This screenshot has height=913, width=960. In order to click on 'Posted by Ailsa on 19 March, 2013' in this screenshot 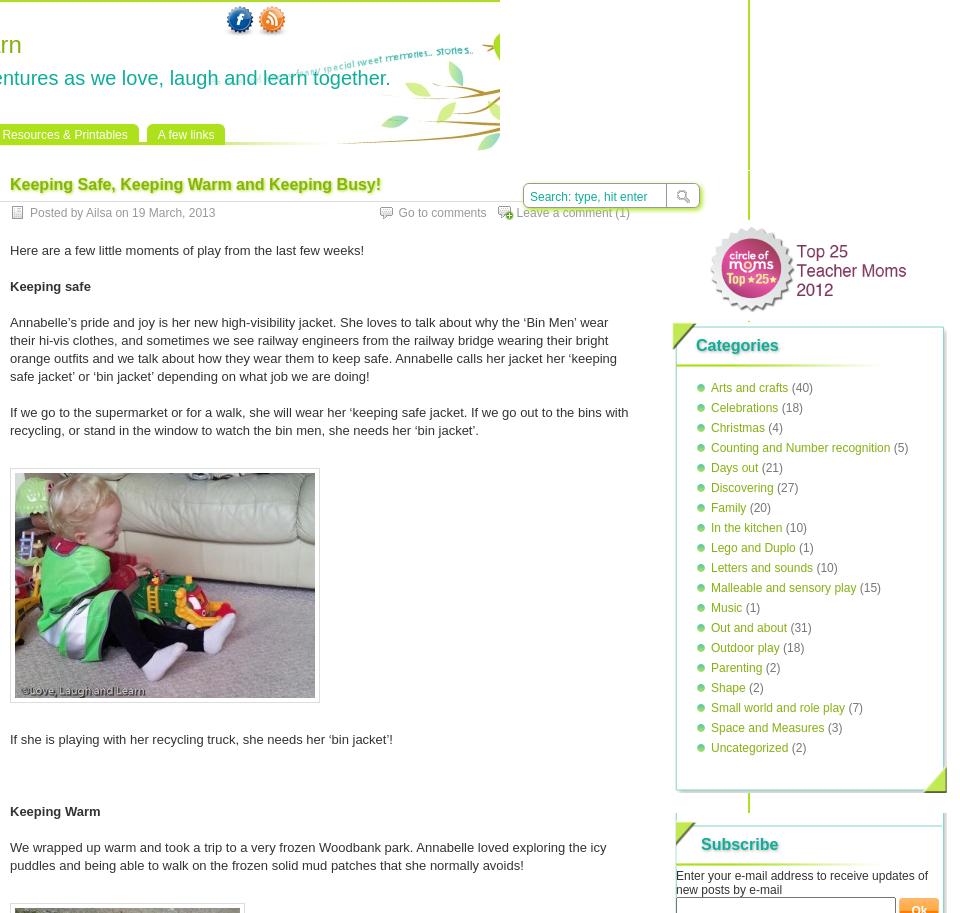, I will do `click(28, 212)`.